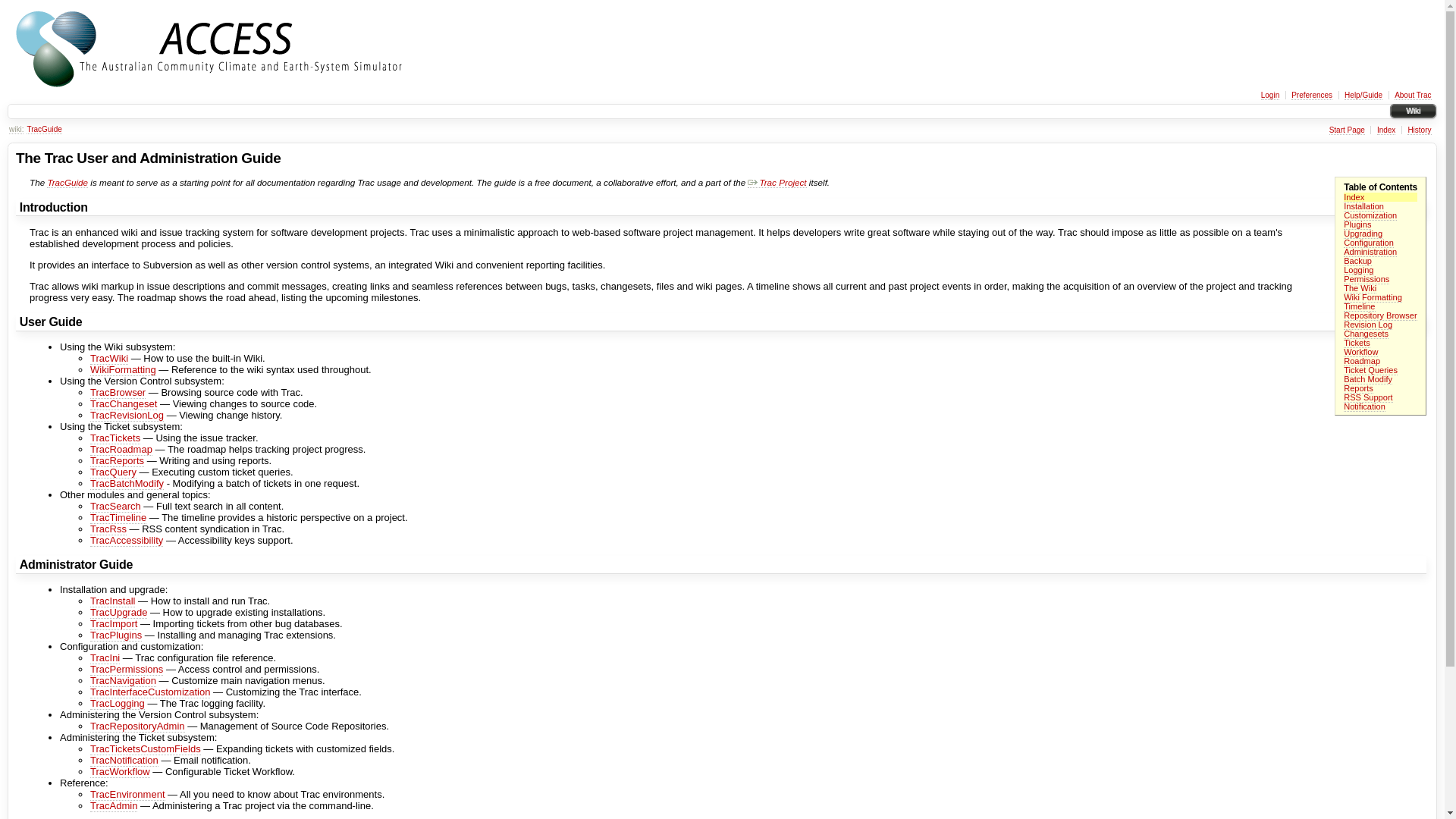 The image size is (1456, 819). Describe the element at coordinates (124, 760) in the screenshot. I see `'TracNotification'` at that location.